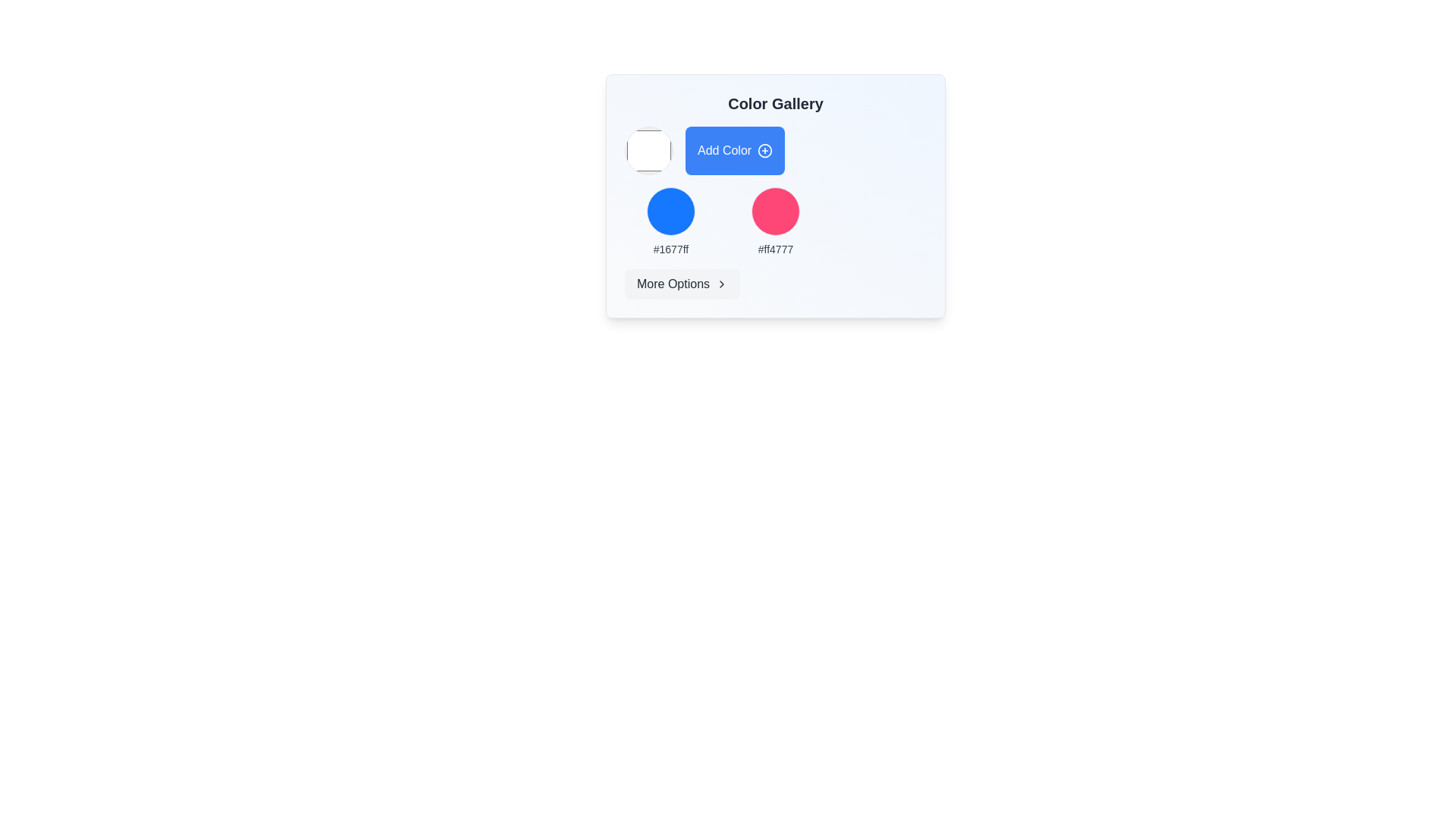  I want to click on the 'Add' icon within the 'Add Color' button located at the top of the interface in the 'Color Gallery' card, so click(765, 151).